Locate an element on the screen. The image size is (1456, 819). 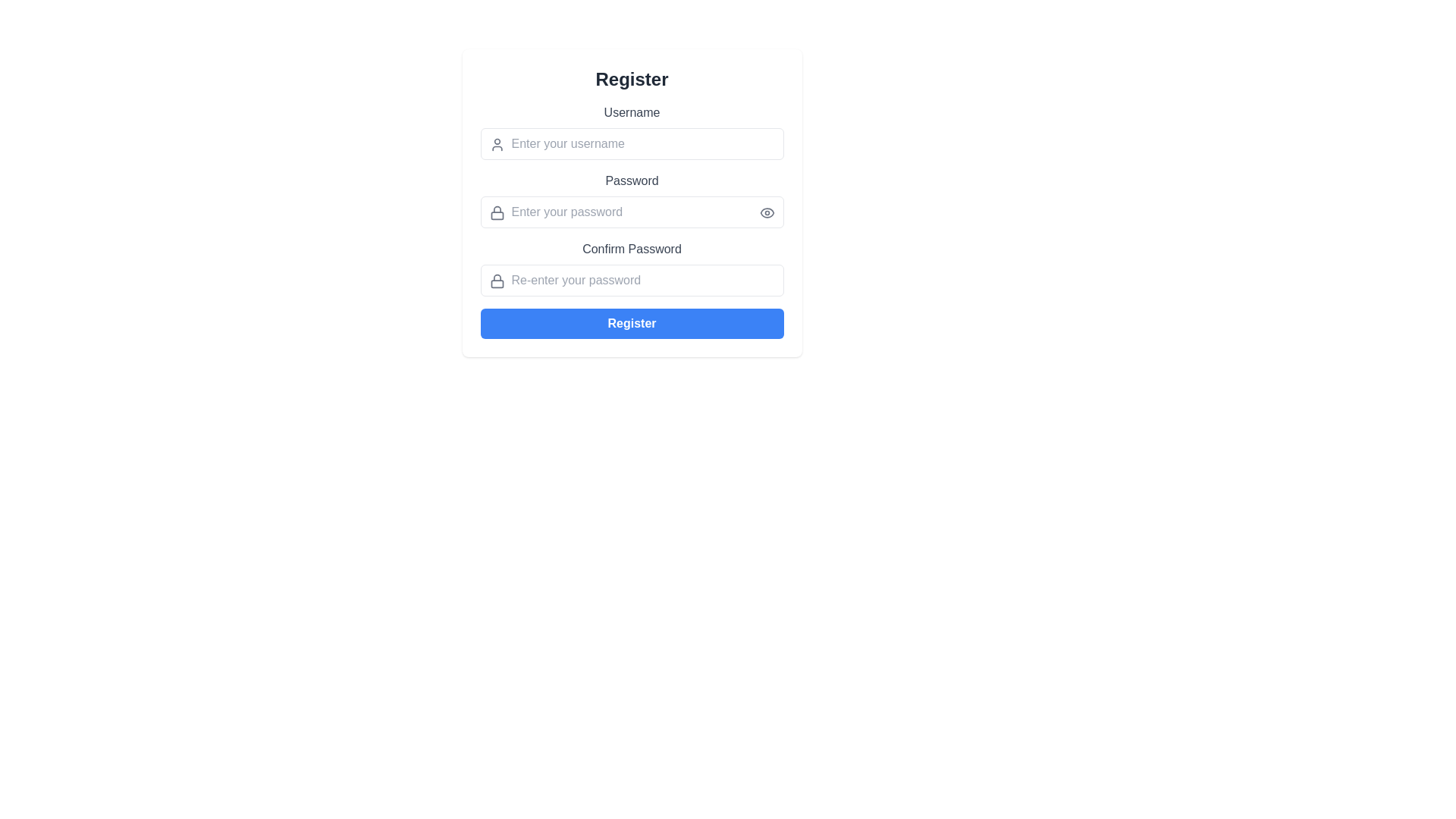
the password visibility toggle button located on the right side of the password input field is located at coordinates (767, 213).